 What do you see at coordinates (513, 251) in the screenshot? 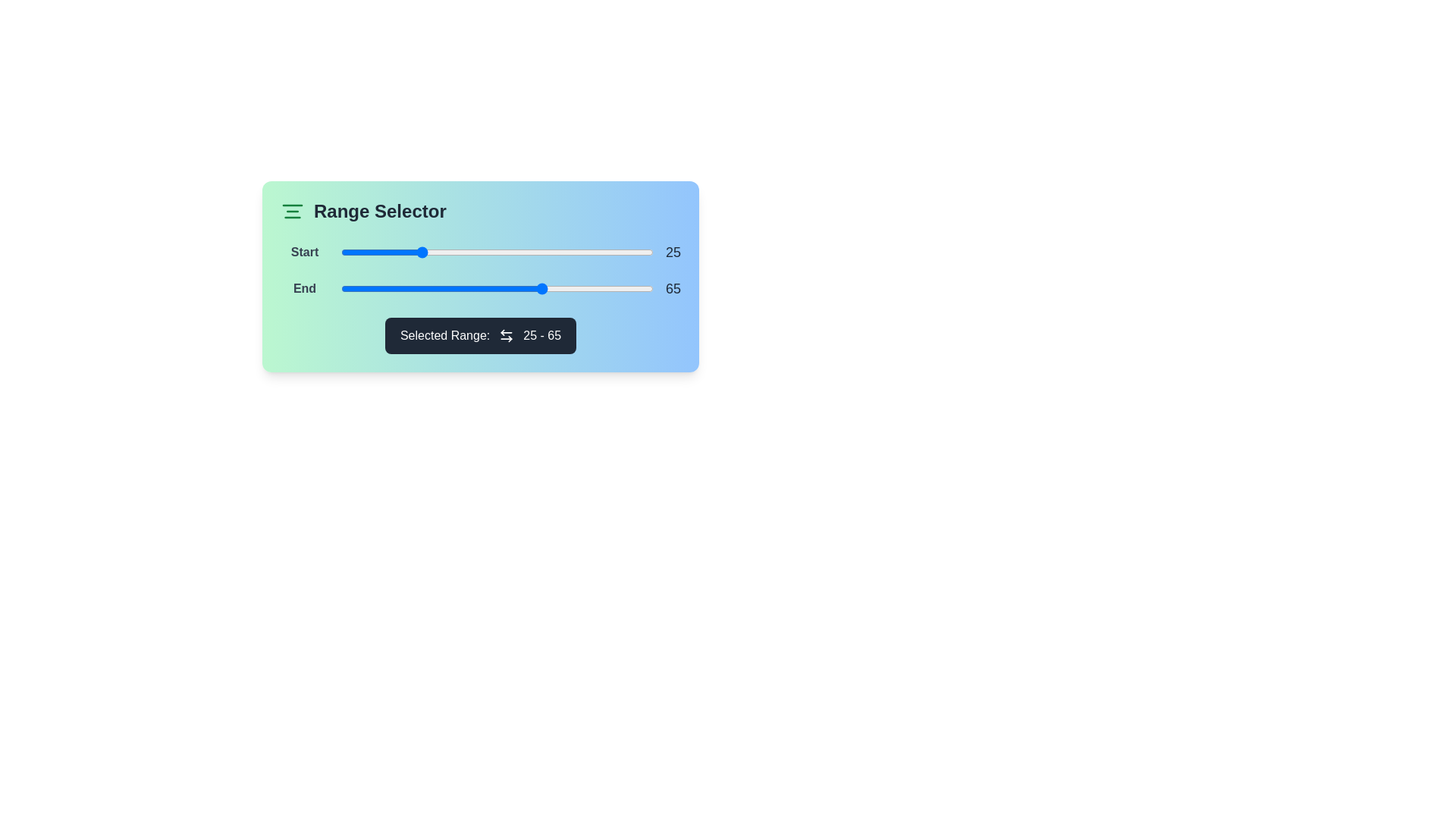
I see `the slider to set the value to 55` at bounding box center [513, 251].